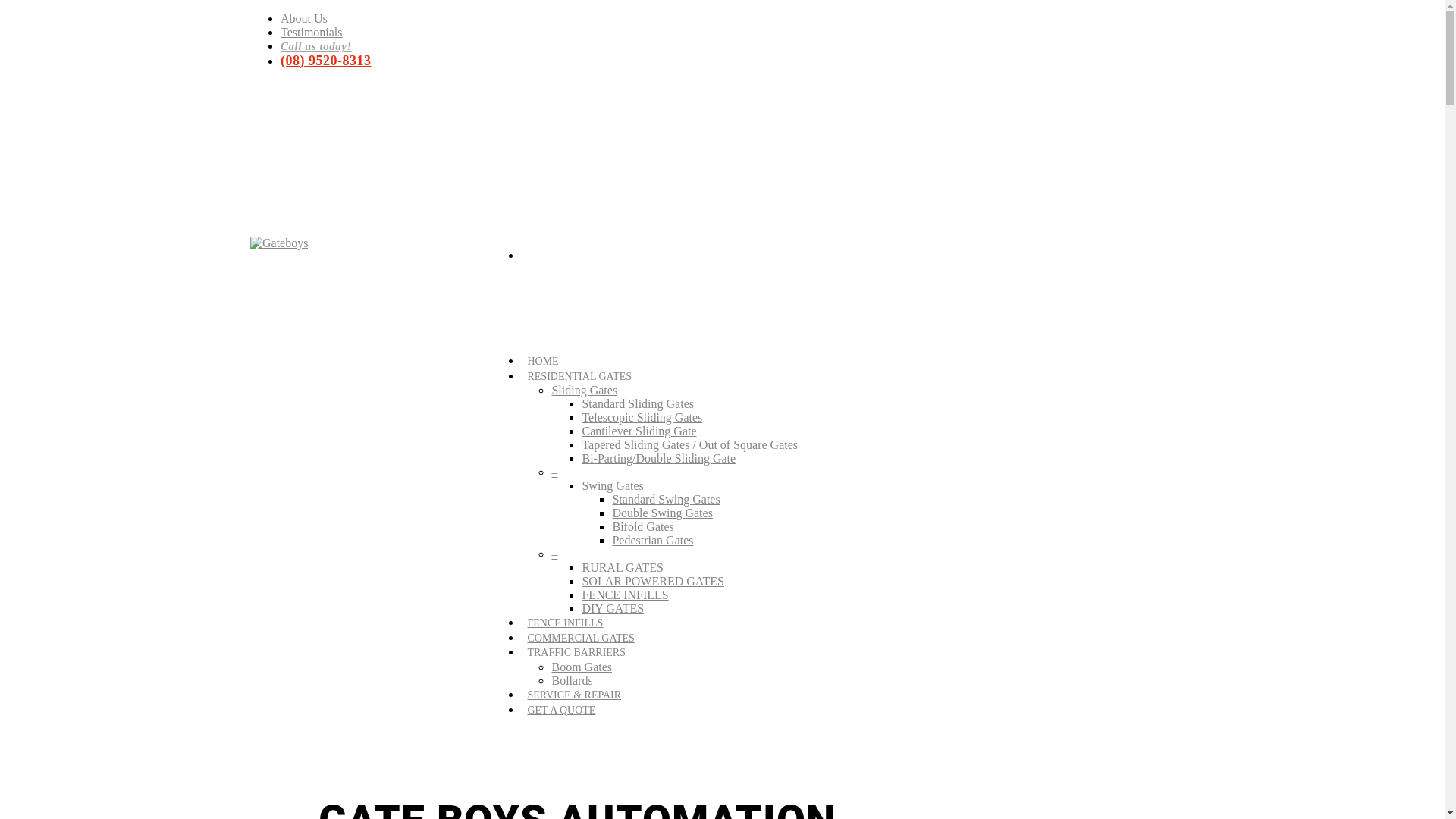 The height and width of the screenshot is (819, 1456). I want to click on '(08) 9520-8313', so click(325, 60).